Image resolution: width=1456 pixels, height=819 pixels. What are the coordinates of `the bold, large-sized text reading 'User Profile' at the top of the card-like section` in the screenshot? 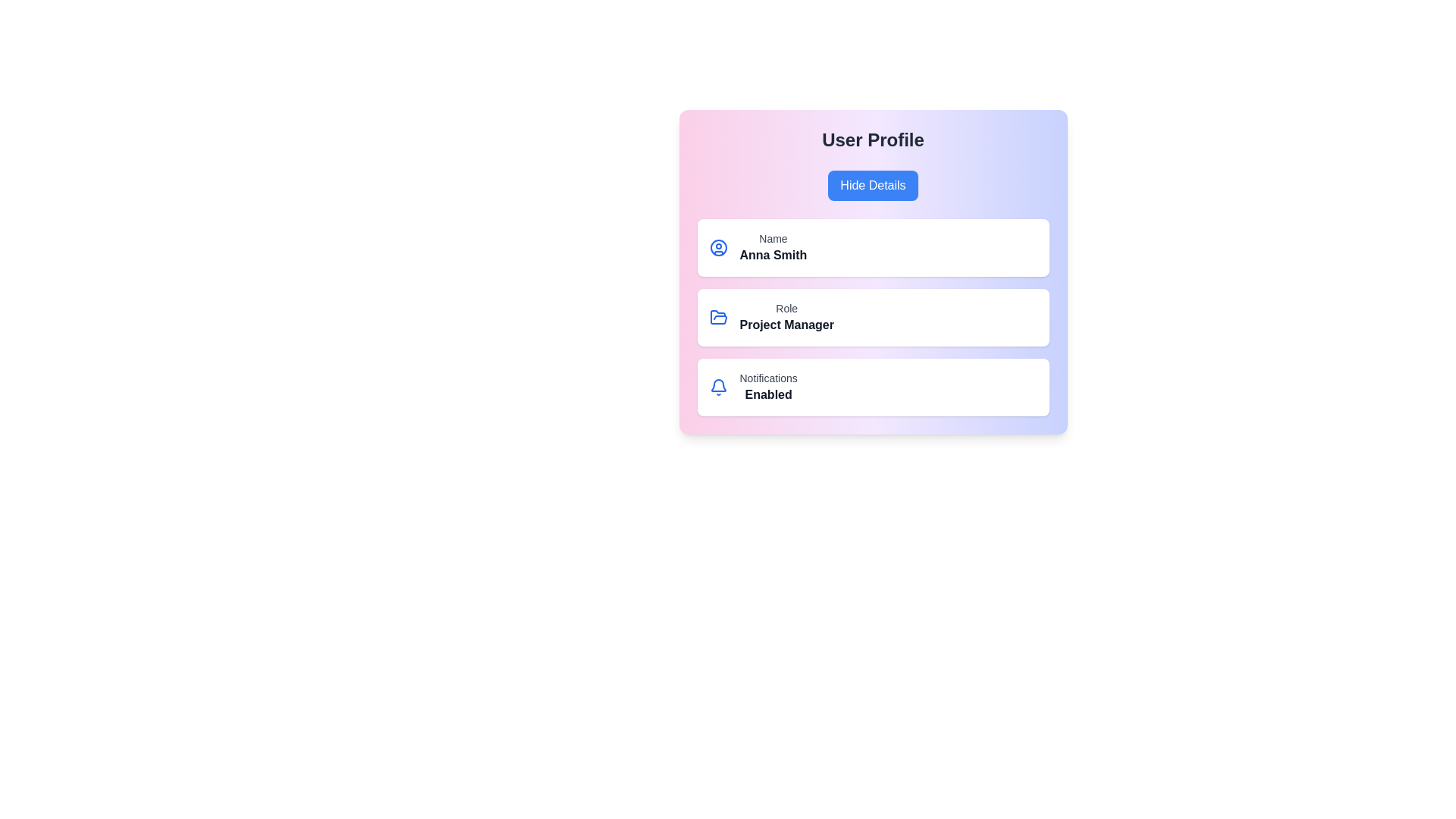 It's located at (873, 140).